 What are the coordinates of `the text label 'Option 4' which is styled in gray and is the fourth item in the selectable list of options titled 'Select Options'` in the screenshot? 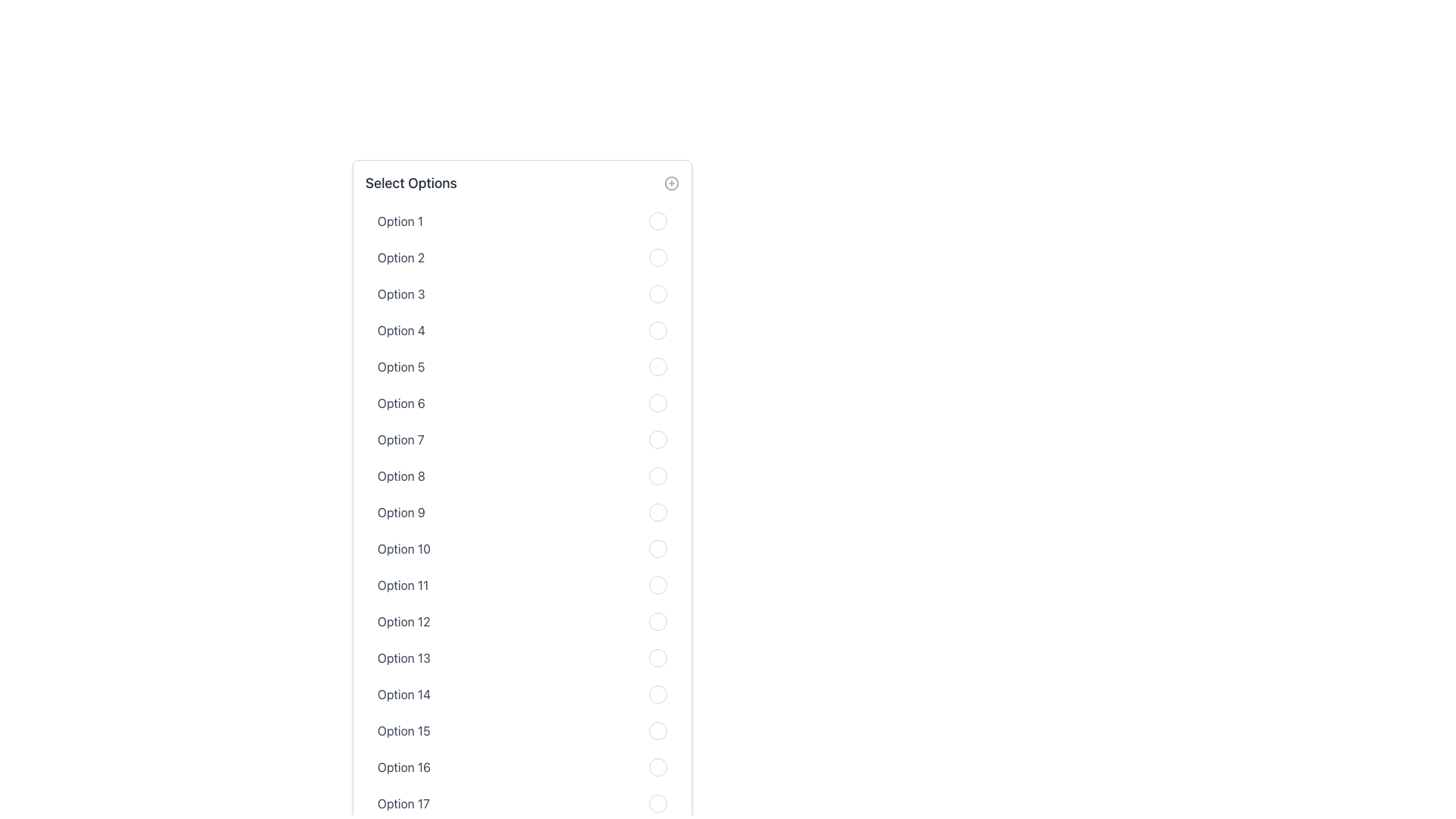 It's located at (401, 329).